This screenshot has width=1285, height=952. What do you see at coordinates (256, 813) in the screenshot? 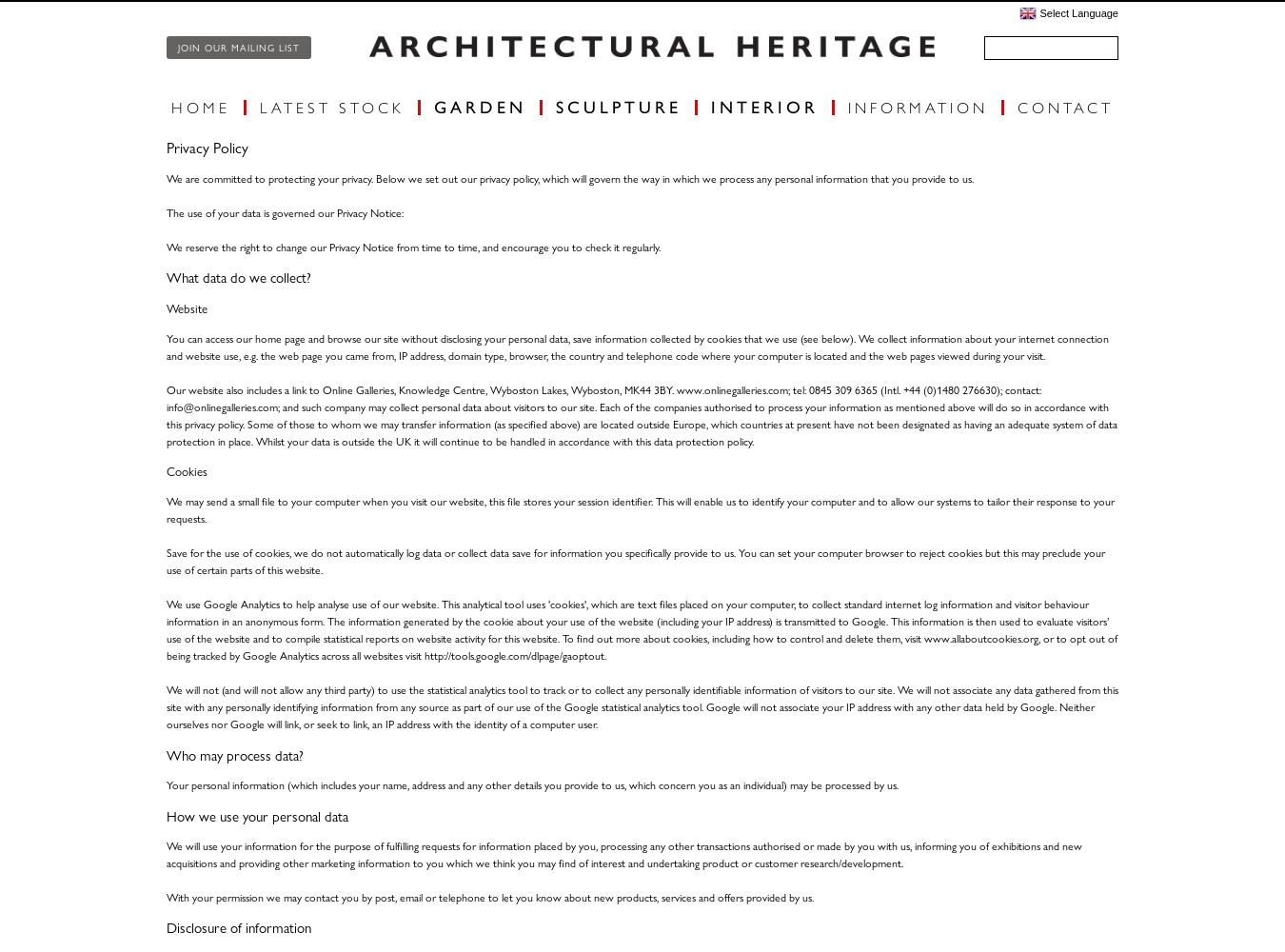
I see `'How we use your personal data'` at bounding box center [256, 813].